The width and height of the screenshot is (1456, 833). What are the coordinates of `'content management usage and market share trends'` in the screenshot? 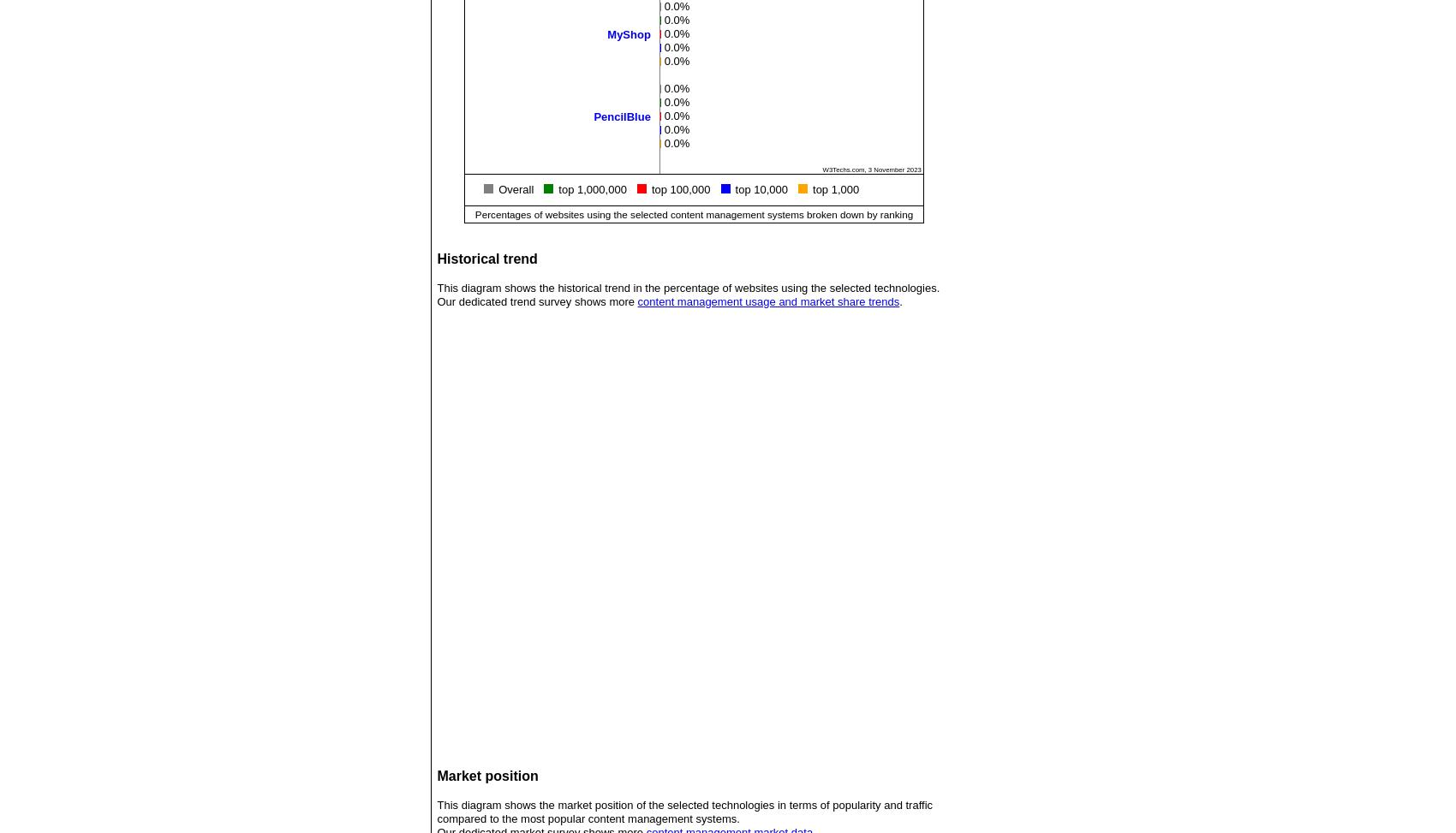 It's located at (767, 300).